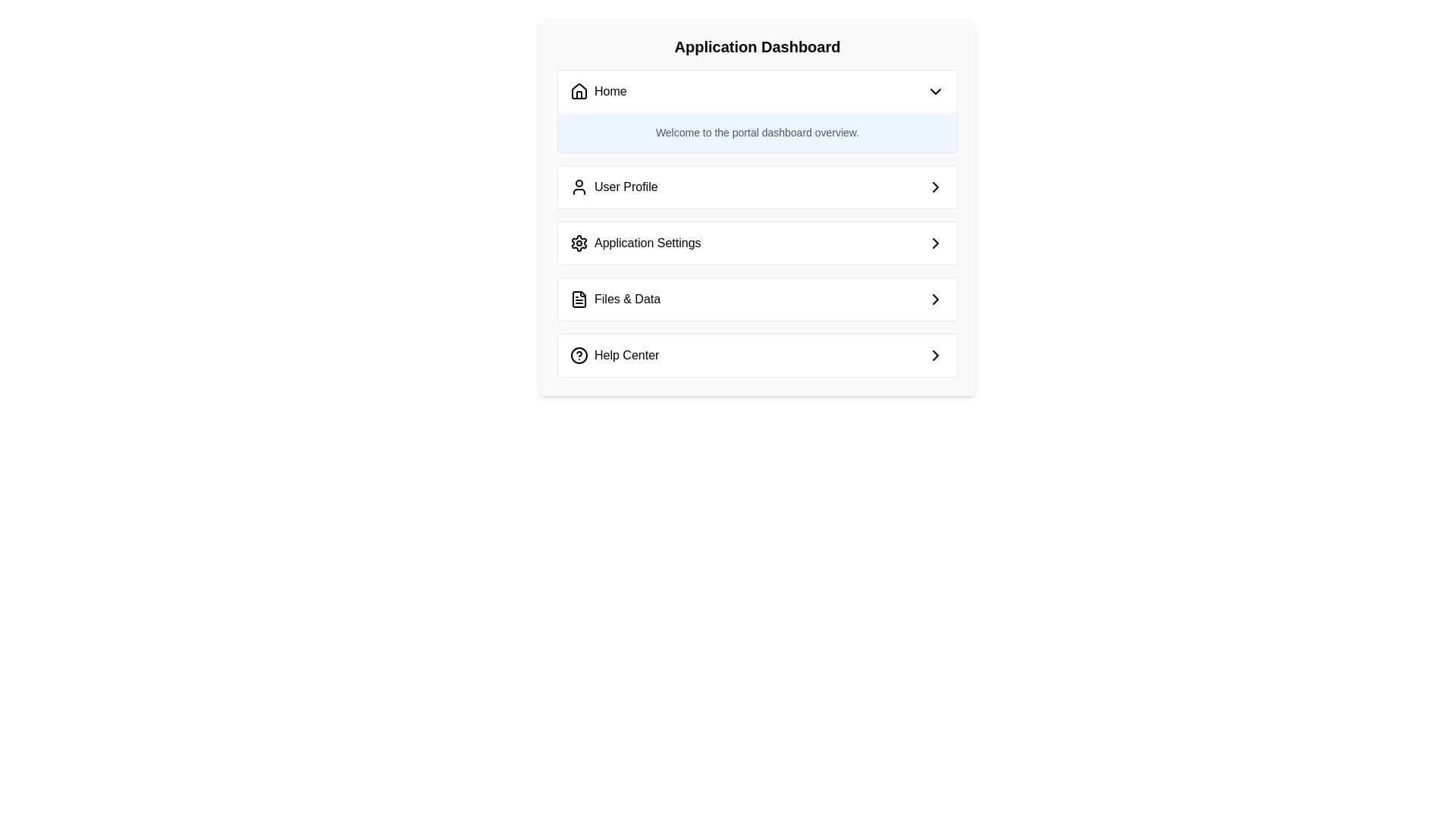 Image resolution: width=1456 pixels, height=819 pixels. I want to click on the 'User Profile' button located in the navigation list below the 'Application Dashboard' title, so click(757, 186).